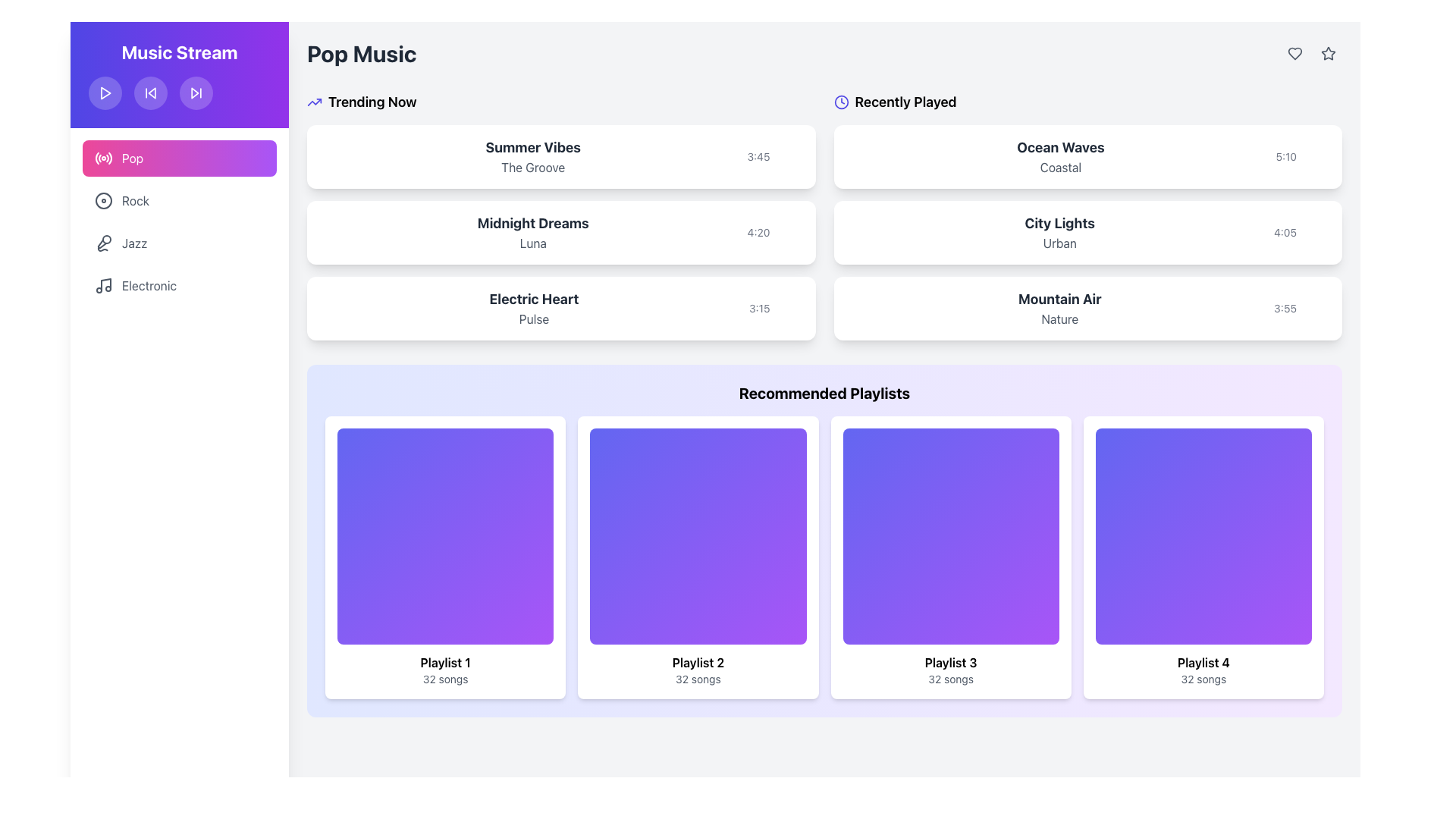 This screenshot has width=1456, height=819. What do you see at coordinates (1059, 223) in the screenshot?
I see `the title text label representing a song or playlist in the 'Recently Played' section, located above the subtitle 'Urban' and to the left of the timestamp '4:05'` at bounding box center [1059, 223].